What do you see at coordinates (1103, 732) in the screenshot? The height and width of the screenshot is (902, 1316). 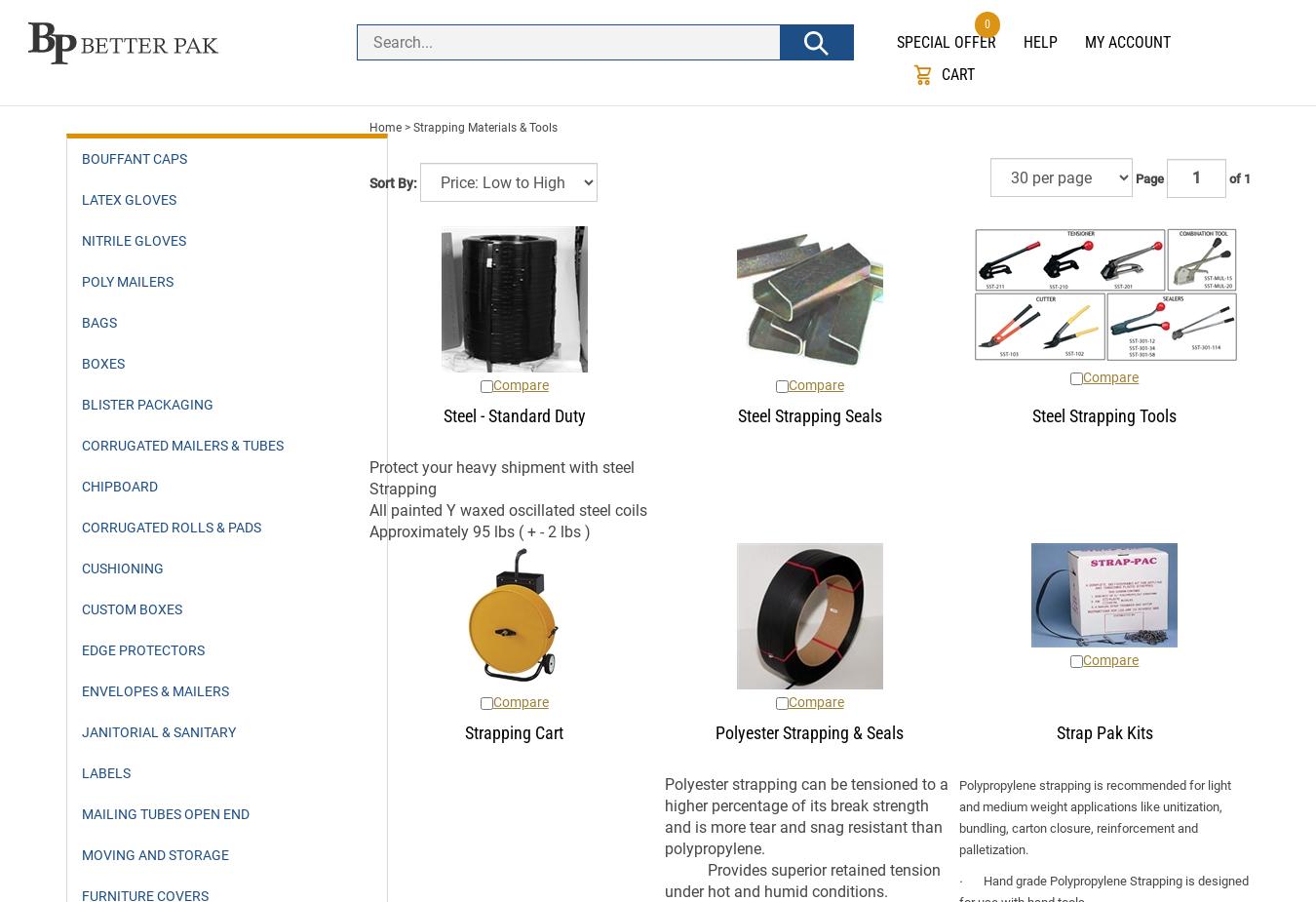 I see `'Strap Pak Kits'` at bounding box center [1103, 732].